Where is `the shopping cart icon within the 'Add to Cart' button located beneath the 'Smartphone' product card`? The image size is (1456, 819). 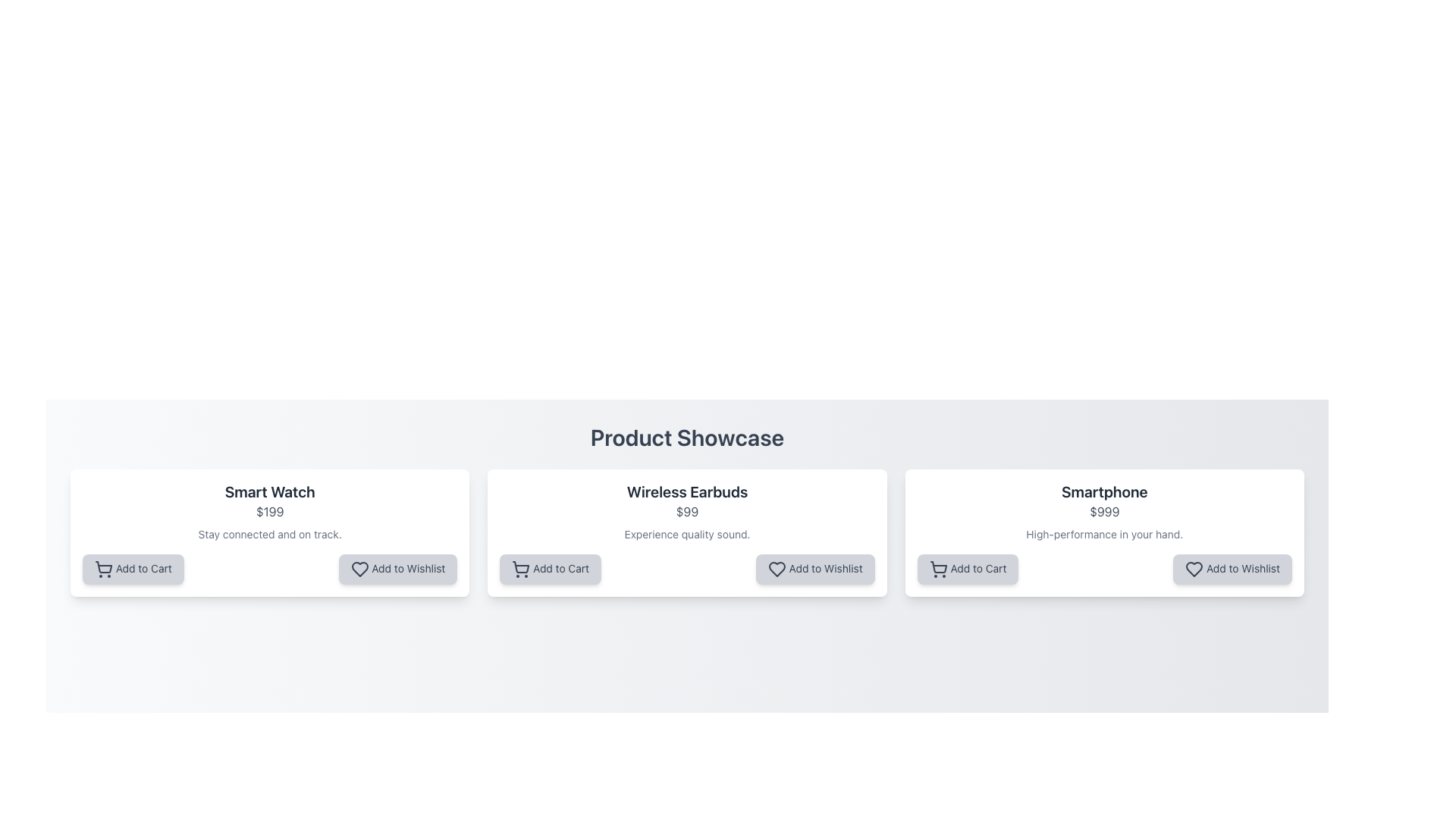
the shopping cart icon within the 'Add to Cart' button located beneath the 'Smartphone' product card is located at coordinates (937, 567).